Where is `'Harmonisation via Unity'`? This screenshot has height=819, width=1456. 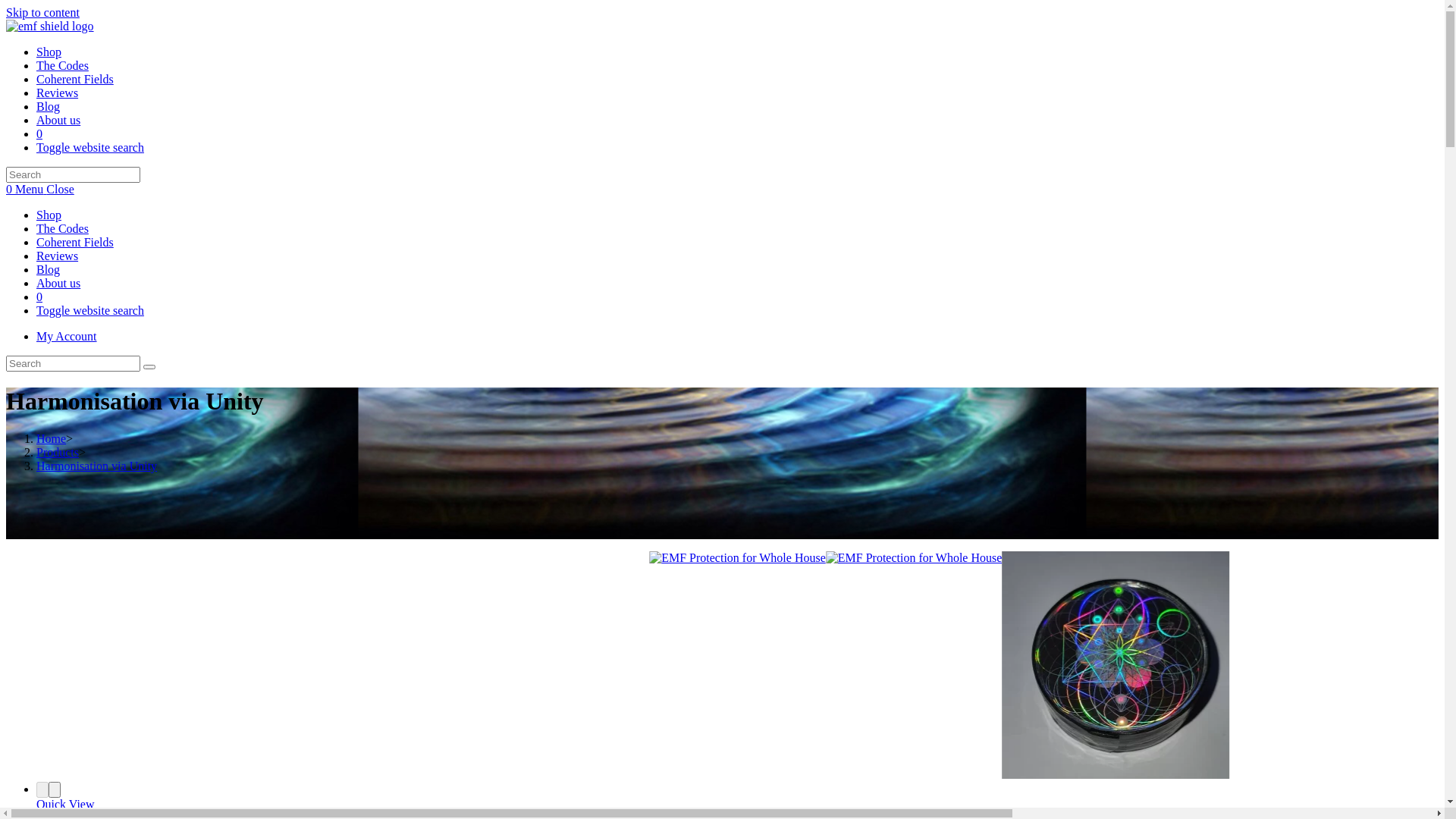 'Harmonisation via Unity' is located at coordinates (36, 465).